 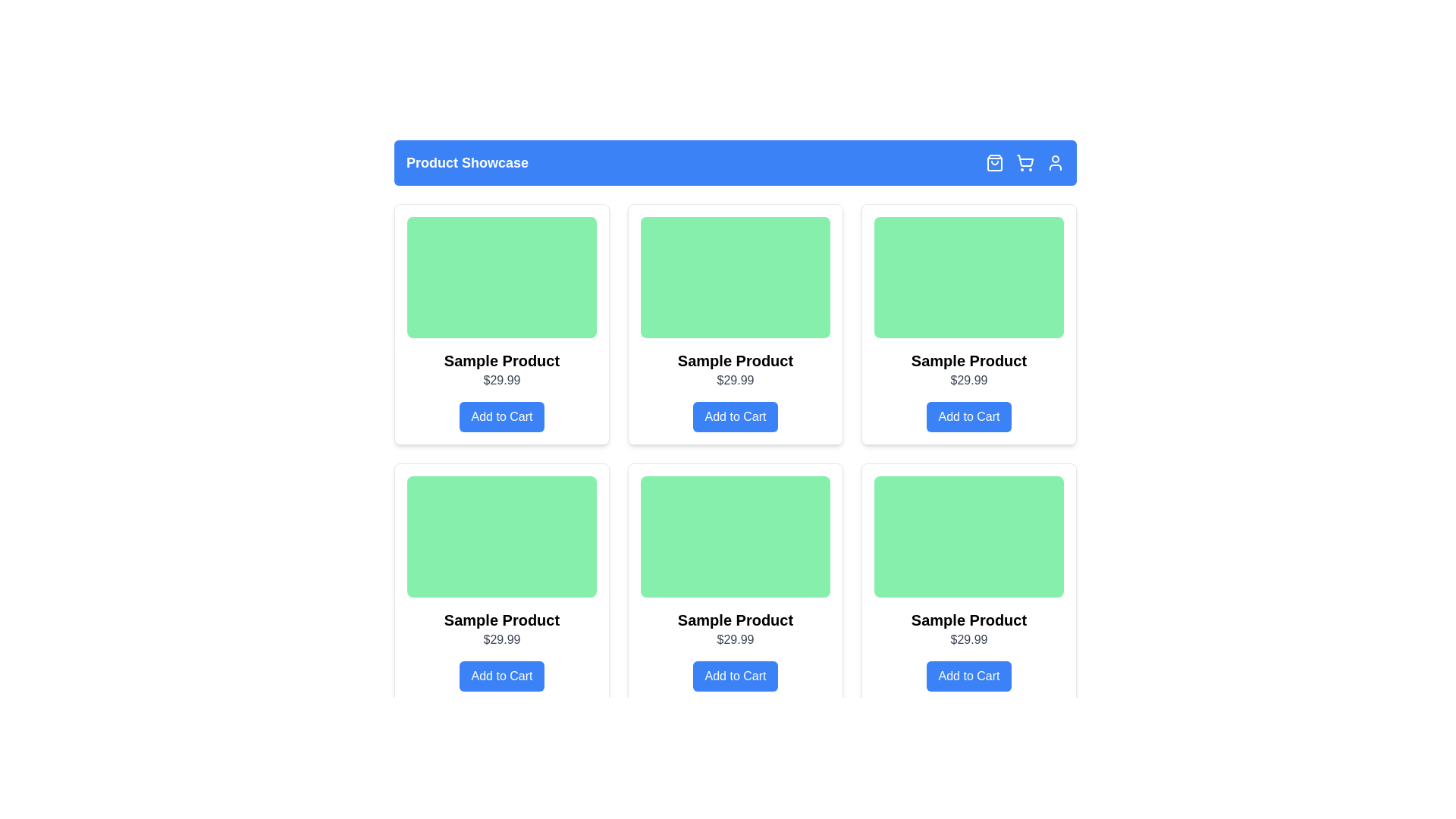 I want to click on product name label located in the first row and first column of the product card, situated below the green header area, using developer tools, so click(x=502, y=360).